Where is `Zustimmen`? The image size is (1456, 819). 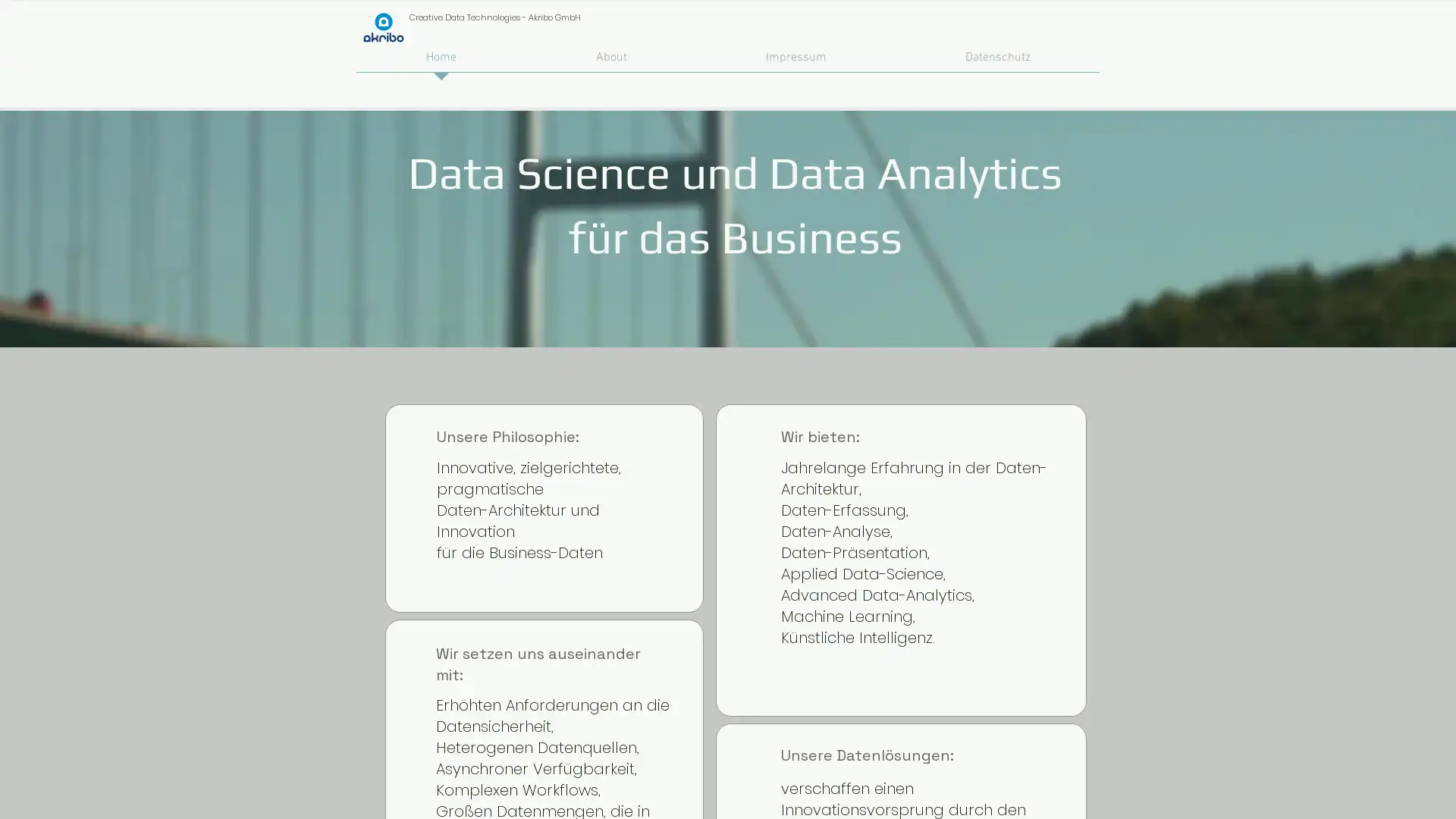 Zustimmen is located at coordinates (1376, 792).